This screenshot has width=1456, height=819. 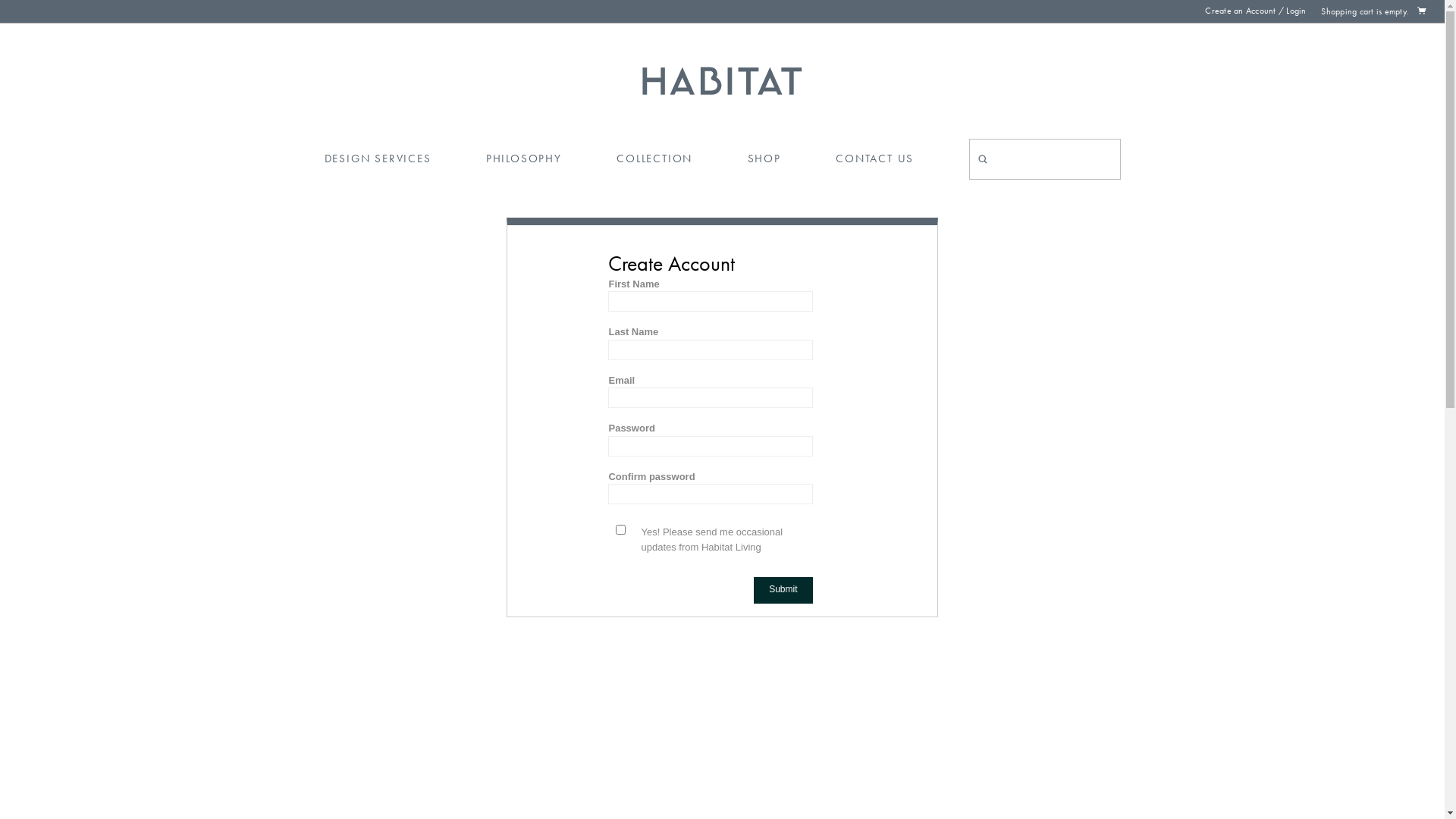 I want to click on 'SHOP', so click(x=747, y=158).